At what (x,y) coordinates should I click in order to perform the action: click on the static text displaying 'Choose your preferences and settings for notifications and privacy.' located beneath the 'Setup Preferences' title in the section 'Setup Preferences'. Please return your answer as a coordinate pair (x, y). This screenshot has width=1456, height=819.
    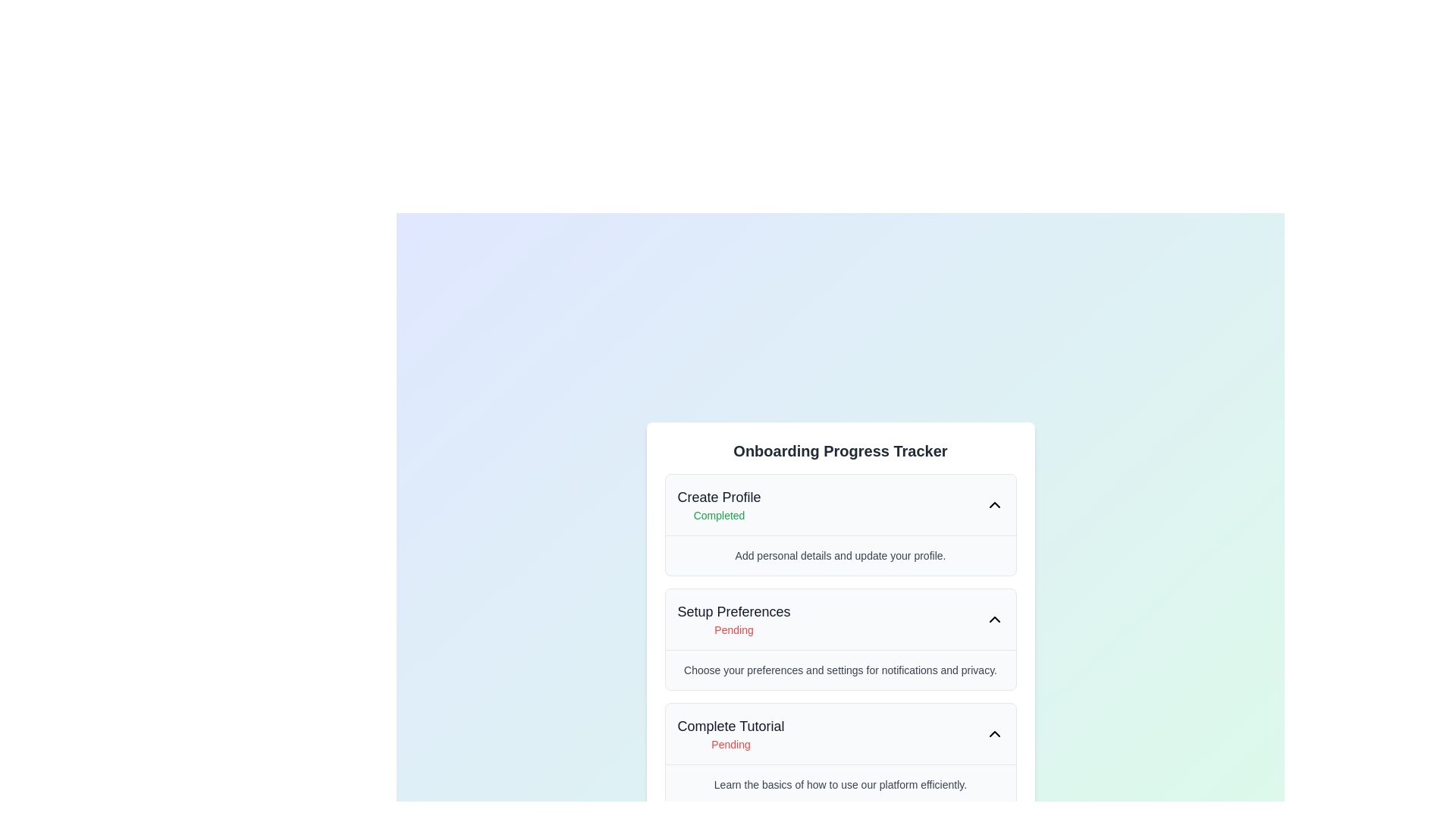
    Looking at the image, I should click on (839, 669).